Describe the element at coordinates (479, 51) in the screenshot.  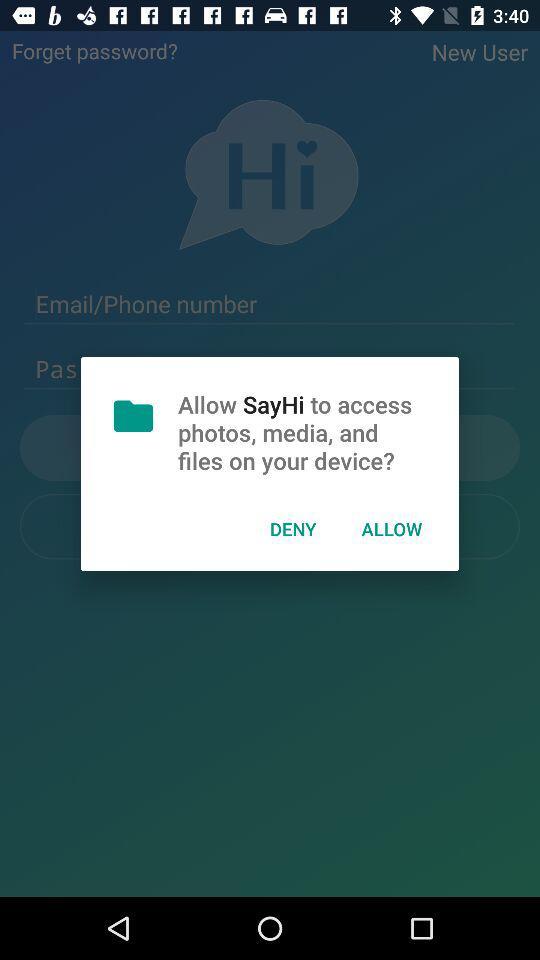
I see `new user` at that location.